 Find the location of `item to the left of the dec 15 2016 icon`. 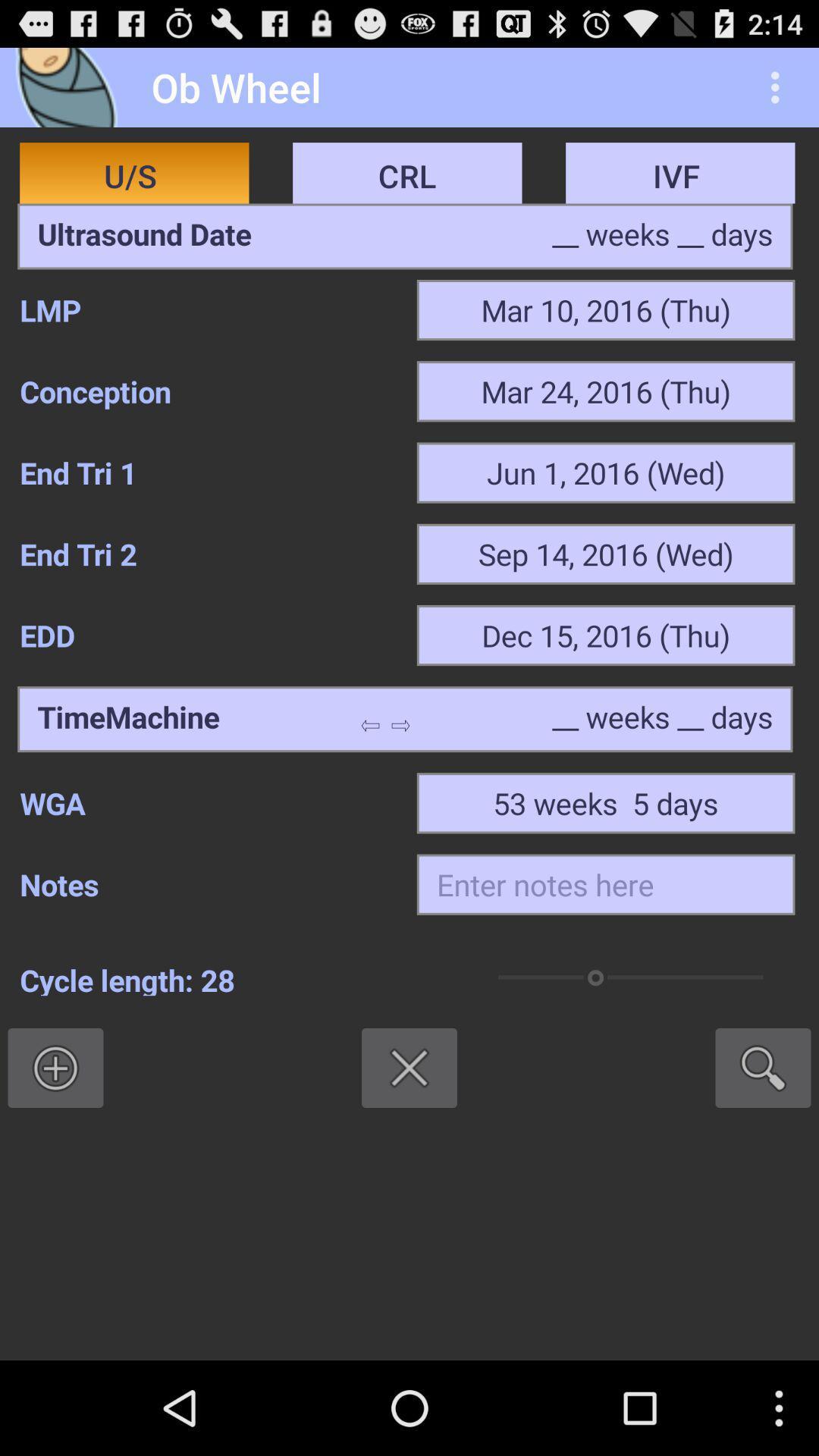

item to the left of the dec 15 2016 icon is located at coordinates (208, 635).